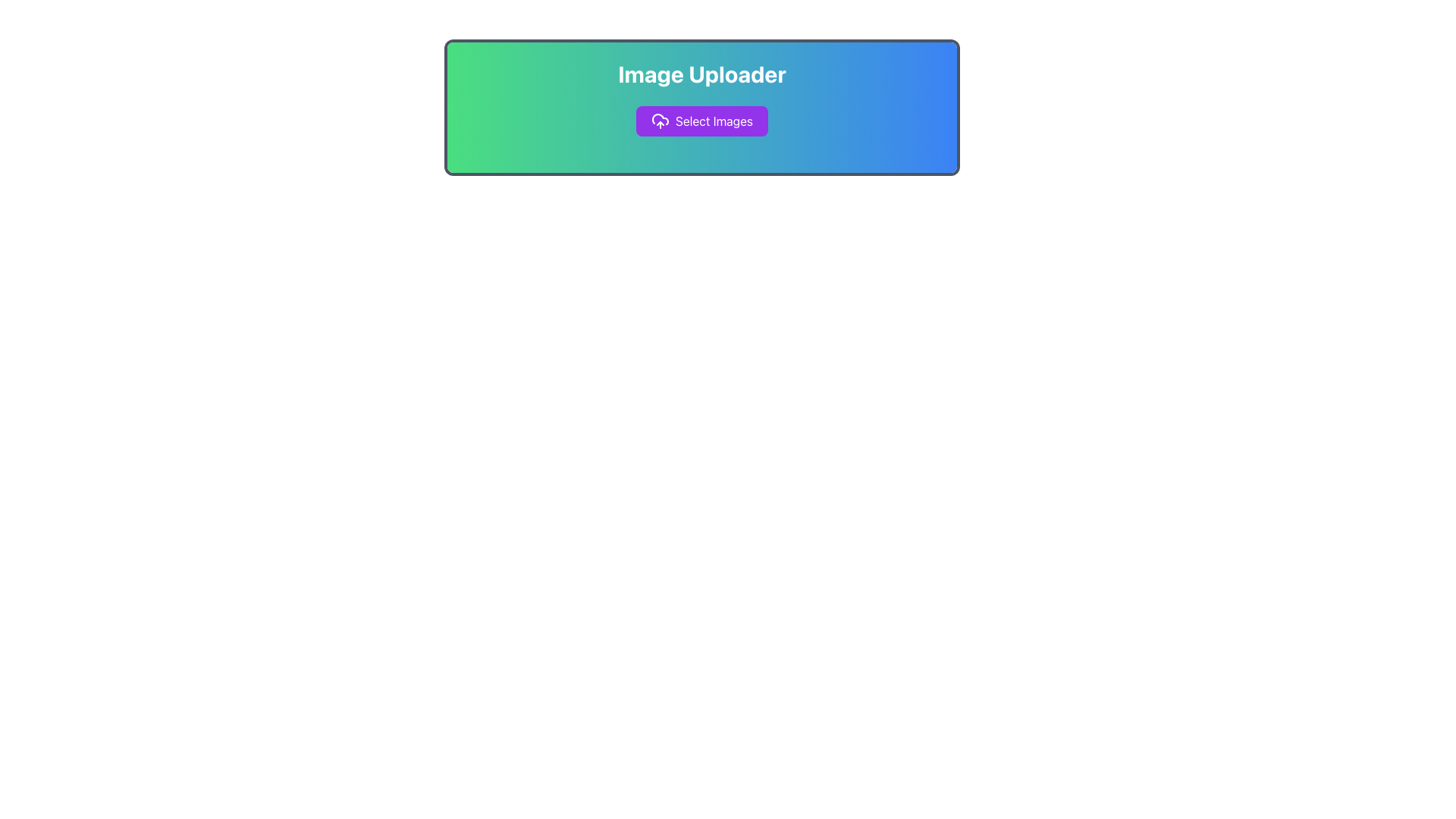 The width and height of the screenshot is (1456, 819). What do you see at coordinates (660, 120) in the screenshot?
I see `the icon positioned to the left of the 'Select Images' text inside the prominent purple button` at bounding box center [660, 120].